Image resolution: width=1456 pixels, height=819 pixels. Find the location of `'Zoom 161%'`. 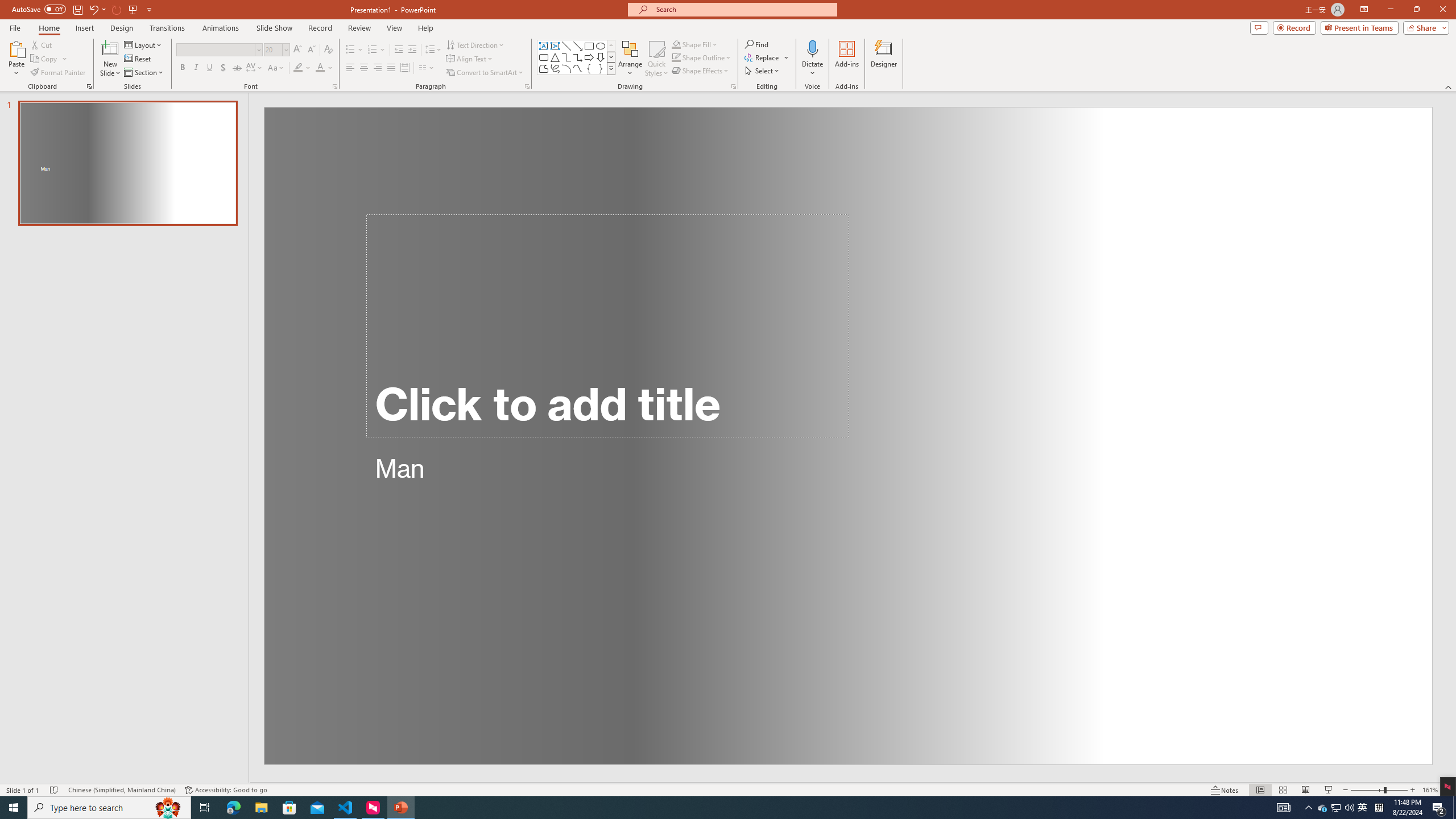

'Zoom 161%' is located at coordinates (1430, 790).